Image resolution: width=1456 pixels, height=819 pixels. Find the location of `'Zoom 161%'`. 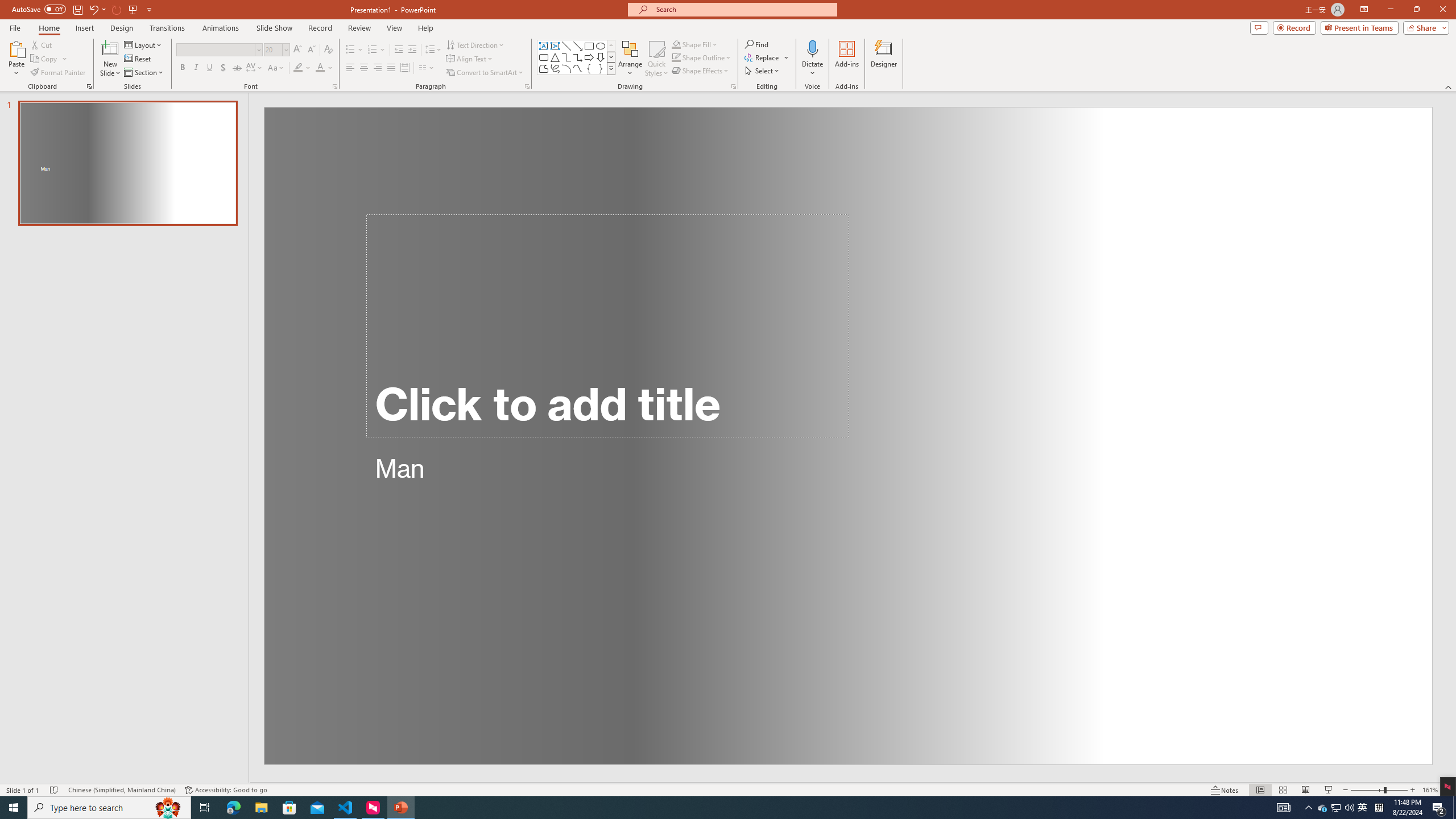

'Zoom 161%' is located at coordinates (1430, 790).